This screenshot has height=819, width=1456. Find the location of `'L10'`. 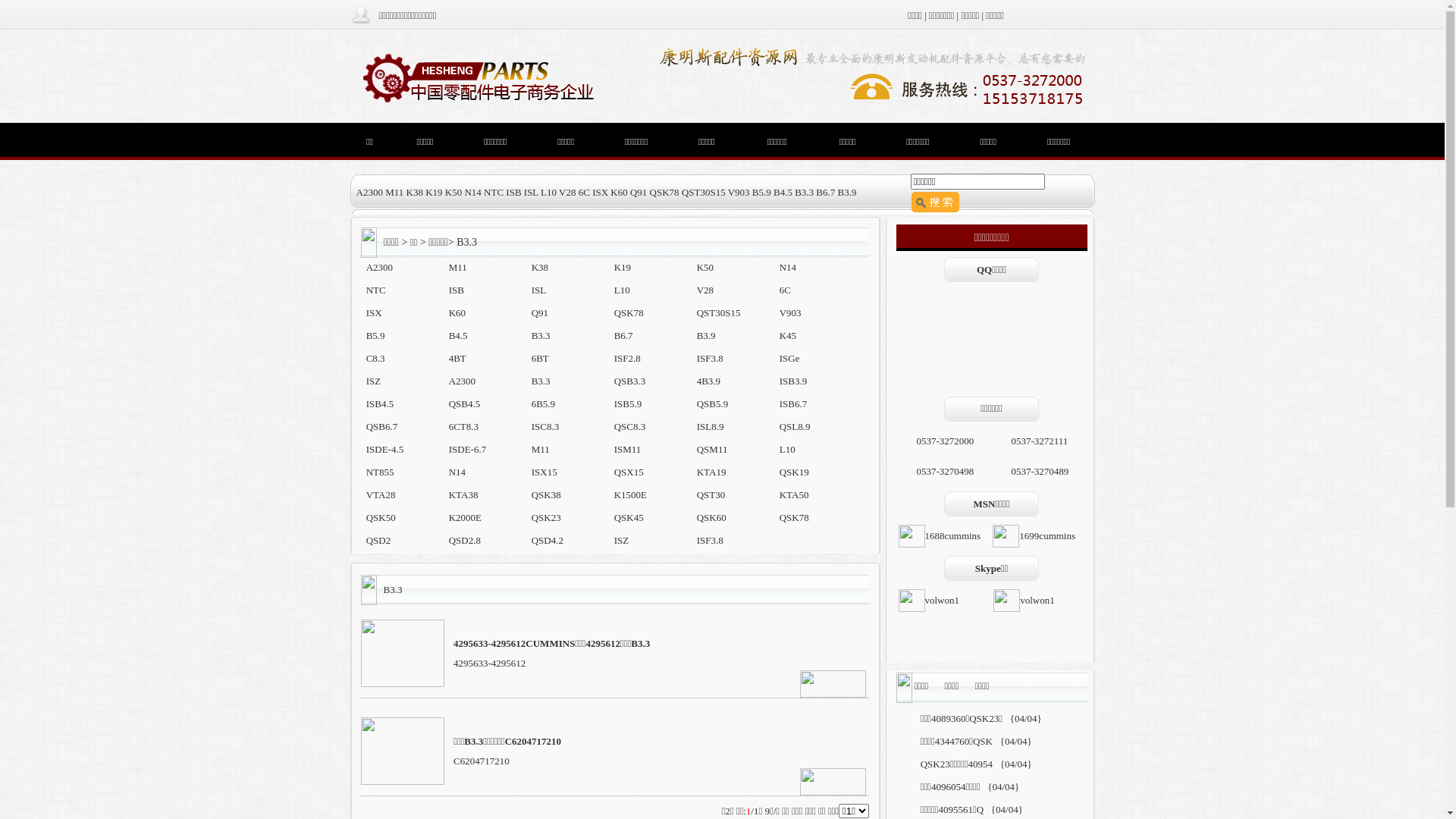

'L10' is located at coordinates (622, 290).